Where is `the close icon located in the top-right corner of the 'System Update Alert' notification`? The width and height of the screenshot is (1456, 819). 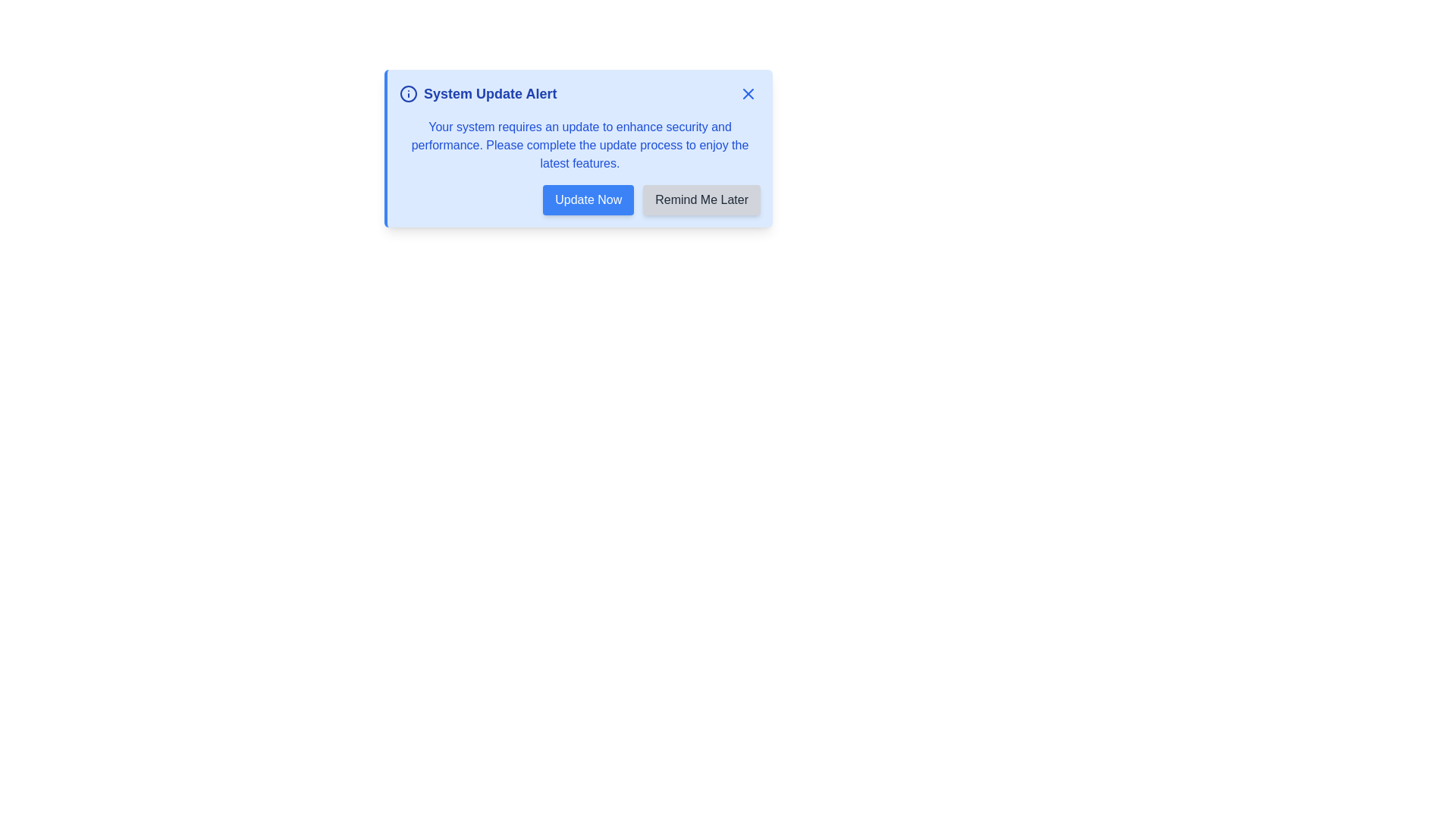 the close icon located in the top-right corner of the 'System Update Alert' notification is located at coordinates (748, 93).